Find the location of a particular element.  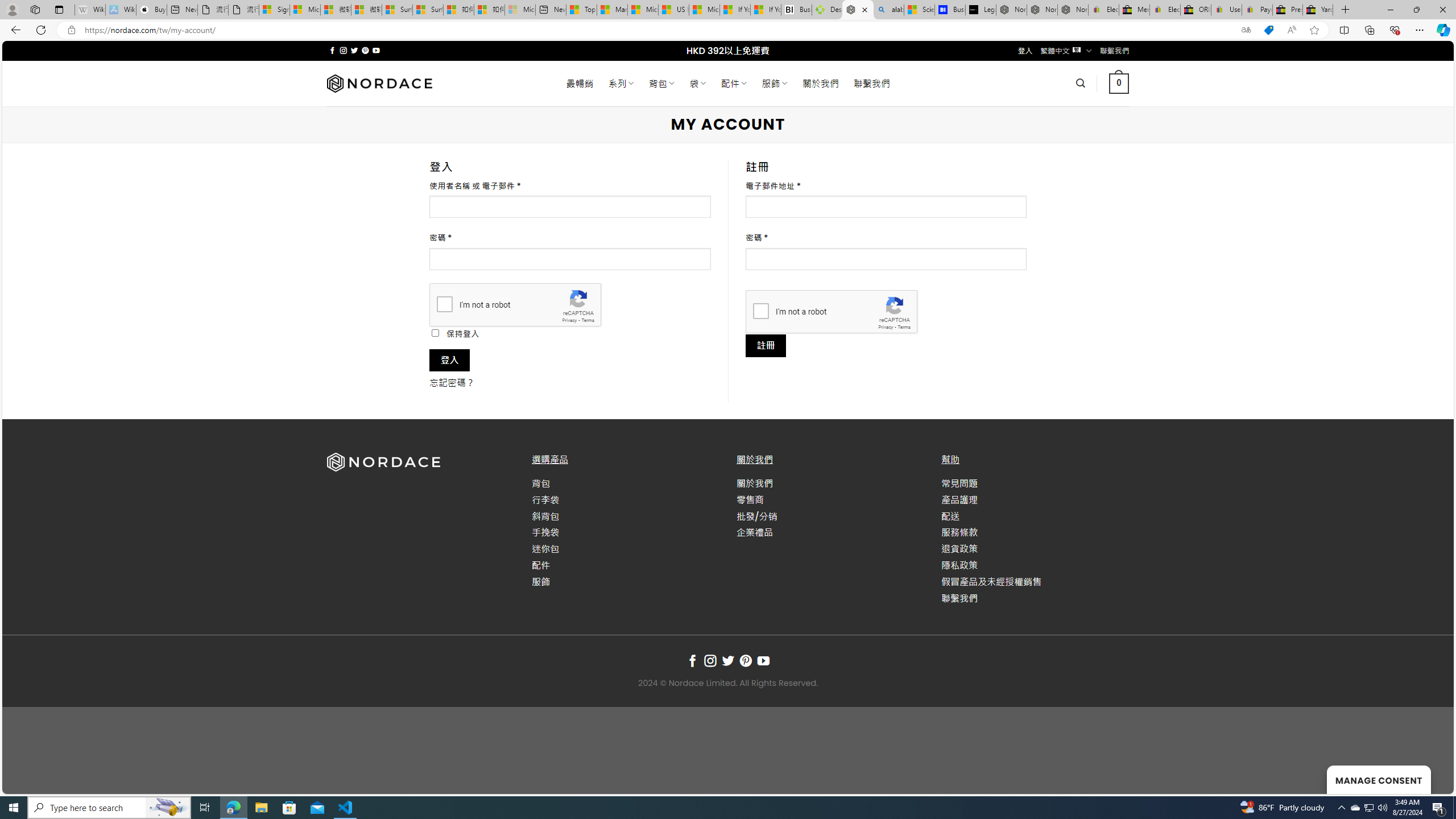

'This site has coupons! Shopping in Microsoft Edge' is located at coordinates (1268, 30).